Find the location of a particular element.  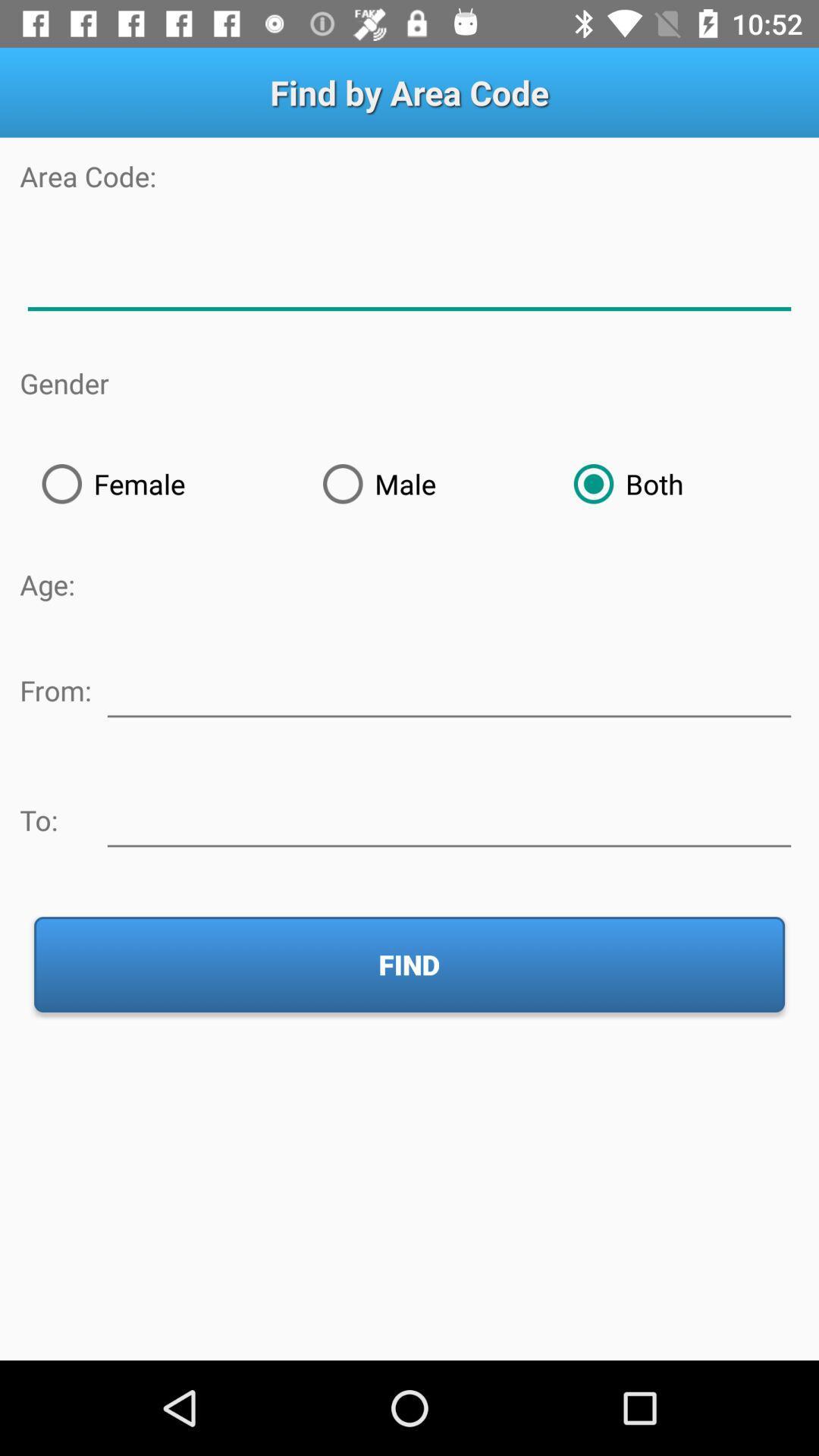

set age to is located at coordinates (448, 817).